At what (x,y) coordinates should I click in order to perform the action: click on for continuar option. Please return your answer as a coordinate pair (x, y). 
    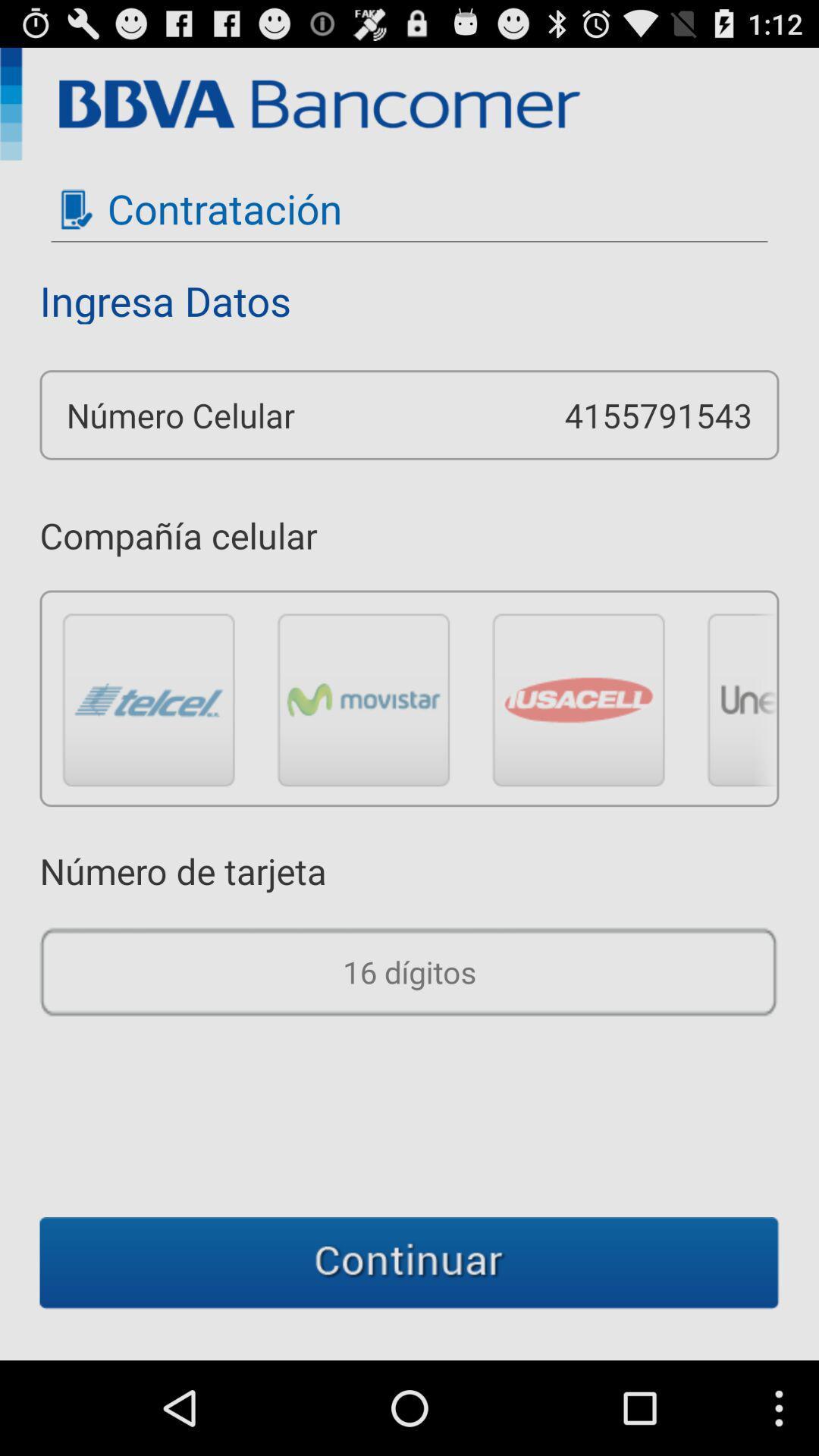
    Looking at the image, I should click on (409, 1263).